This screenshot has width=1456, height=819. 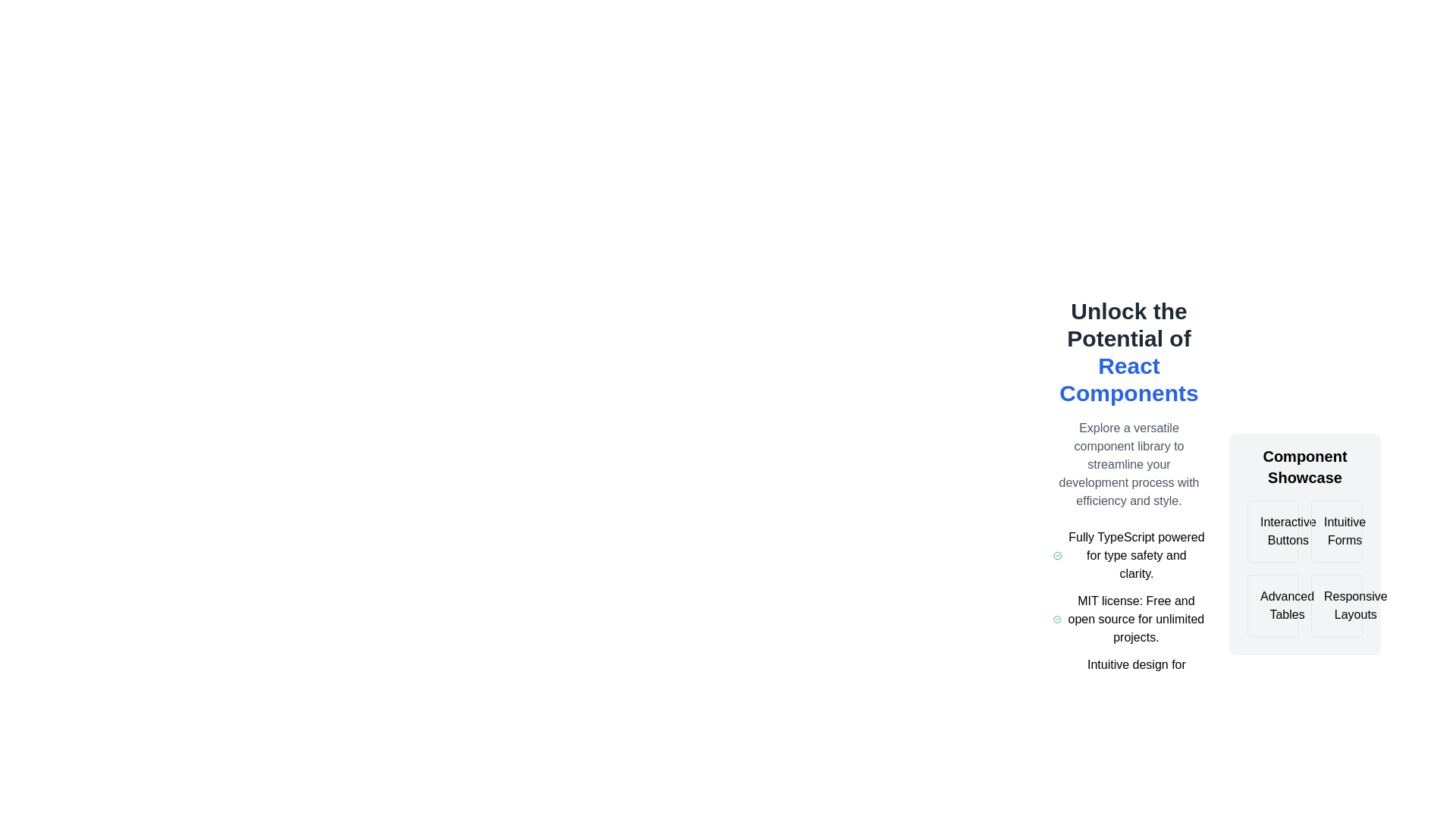 I want to click on the text 'Interactive Buttons' in the Informative box located in the top-left corner of the component grid under the 'Component Showcase' section, so click(x=1273, y=531).